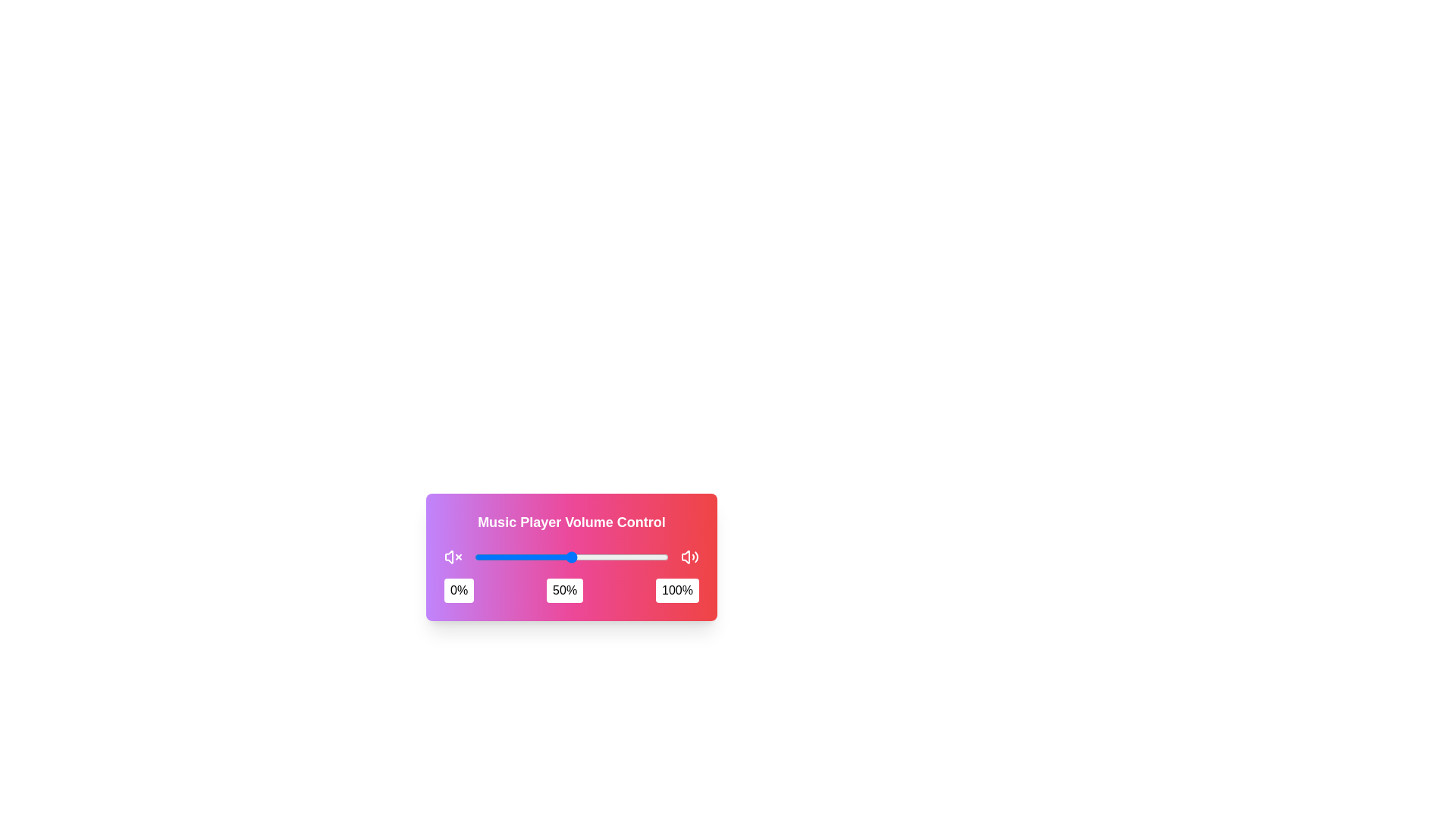  I want to click on the slider to set the volume to 4%, so click(482, 557).